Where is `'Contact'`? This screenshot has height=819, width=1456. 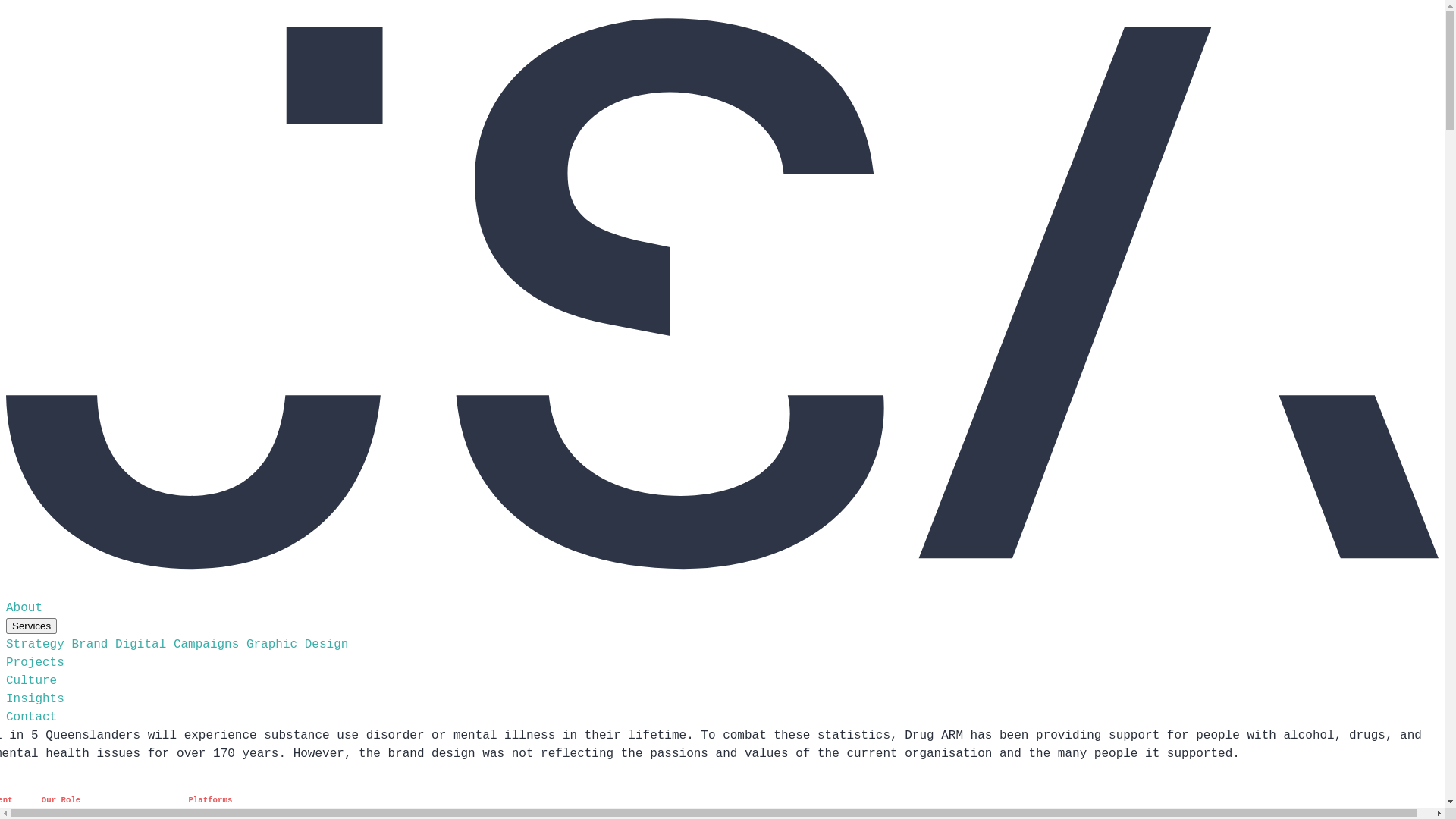
'Contact' is located at coordinates (6, 717).